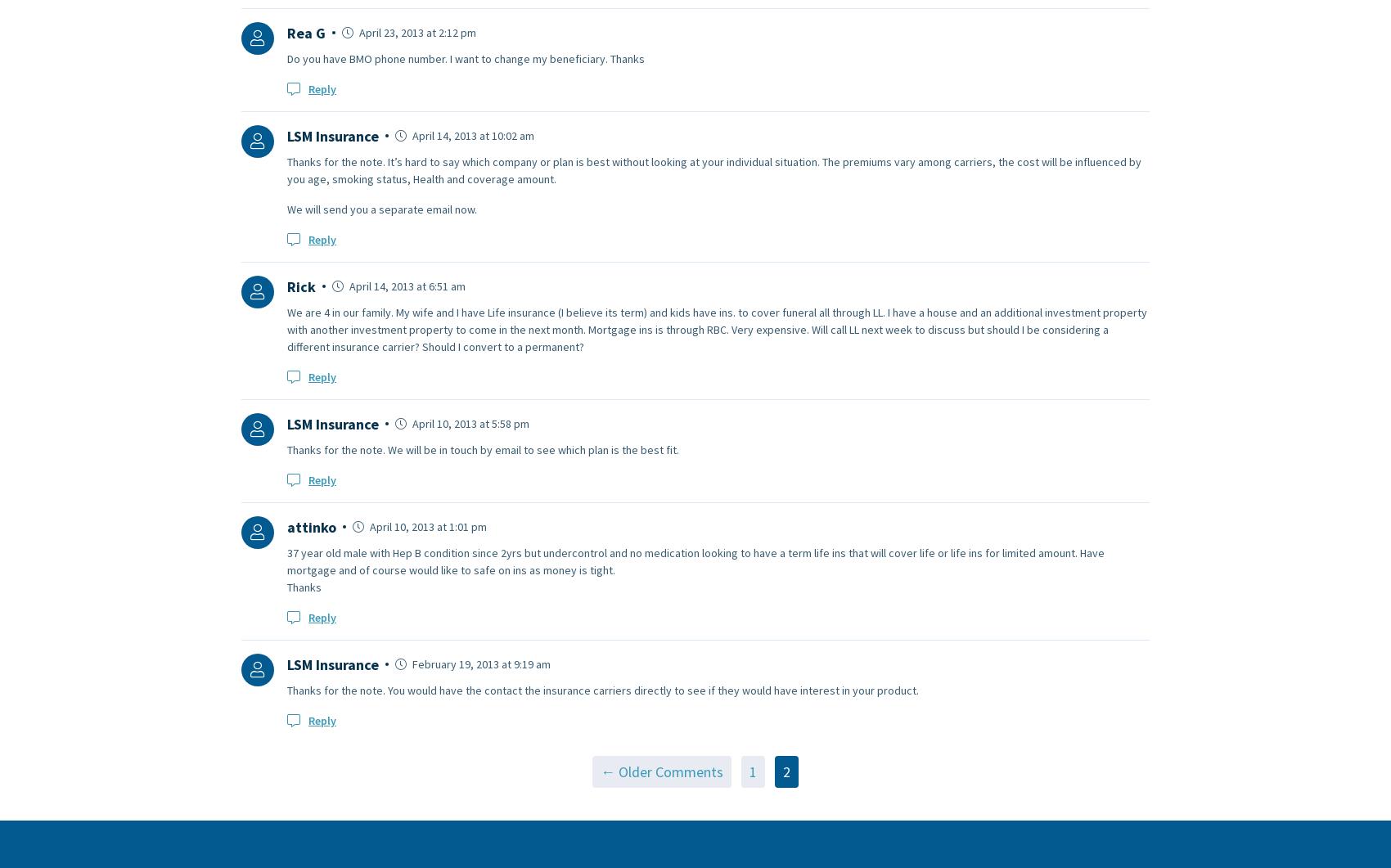 This screenshot has width=1391, height=868. What do you see at coordinates (482, 447) in the screenshot?
I see `'Thanks for the note. We will be in touch by email to see which plan is the best fit.'` at bounding box center [482, 447].